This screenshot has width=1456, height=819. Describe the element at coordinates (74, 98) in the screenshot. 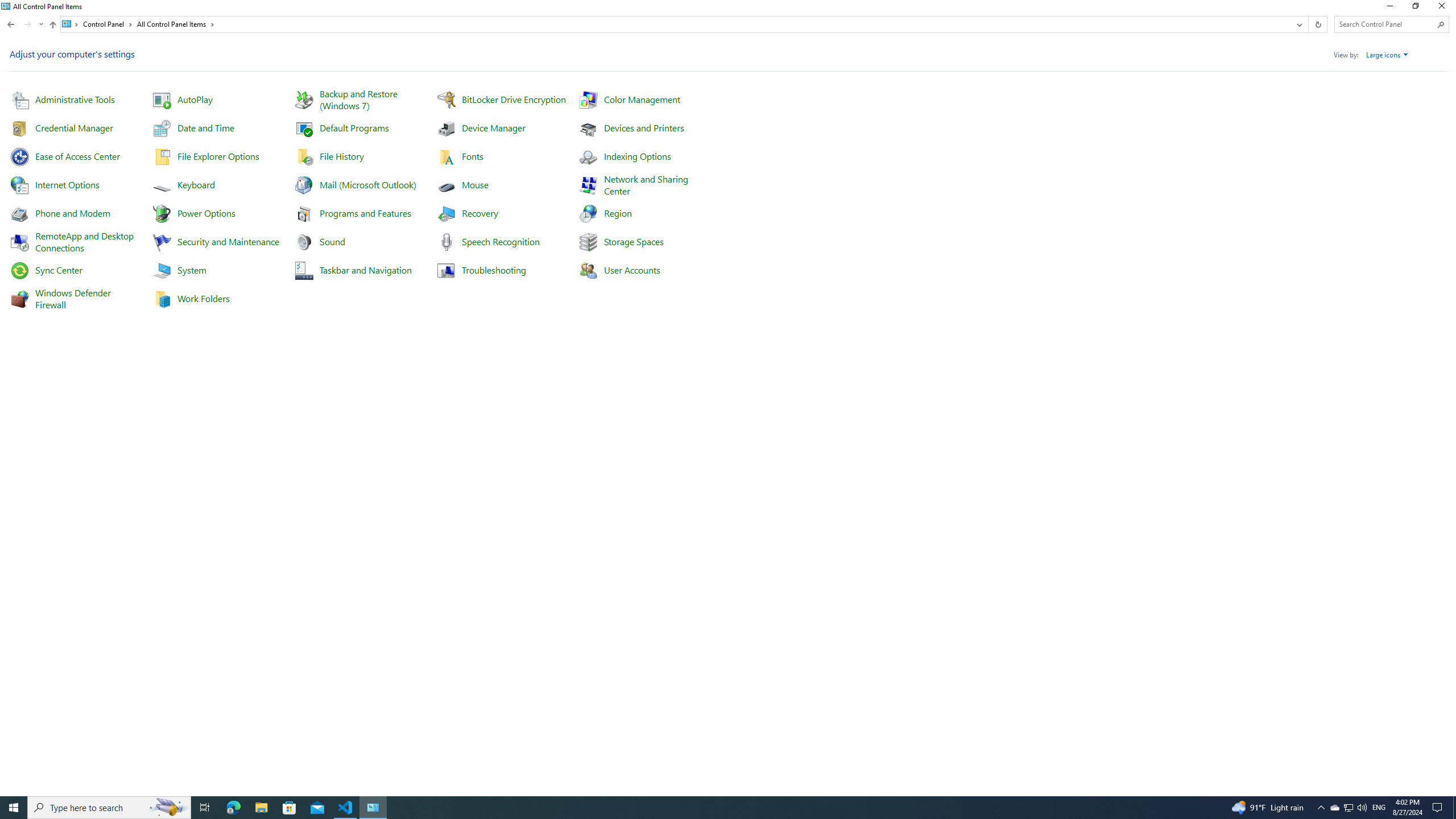

I see `'Administrative Tools'` at that location.